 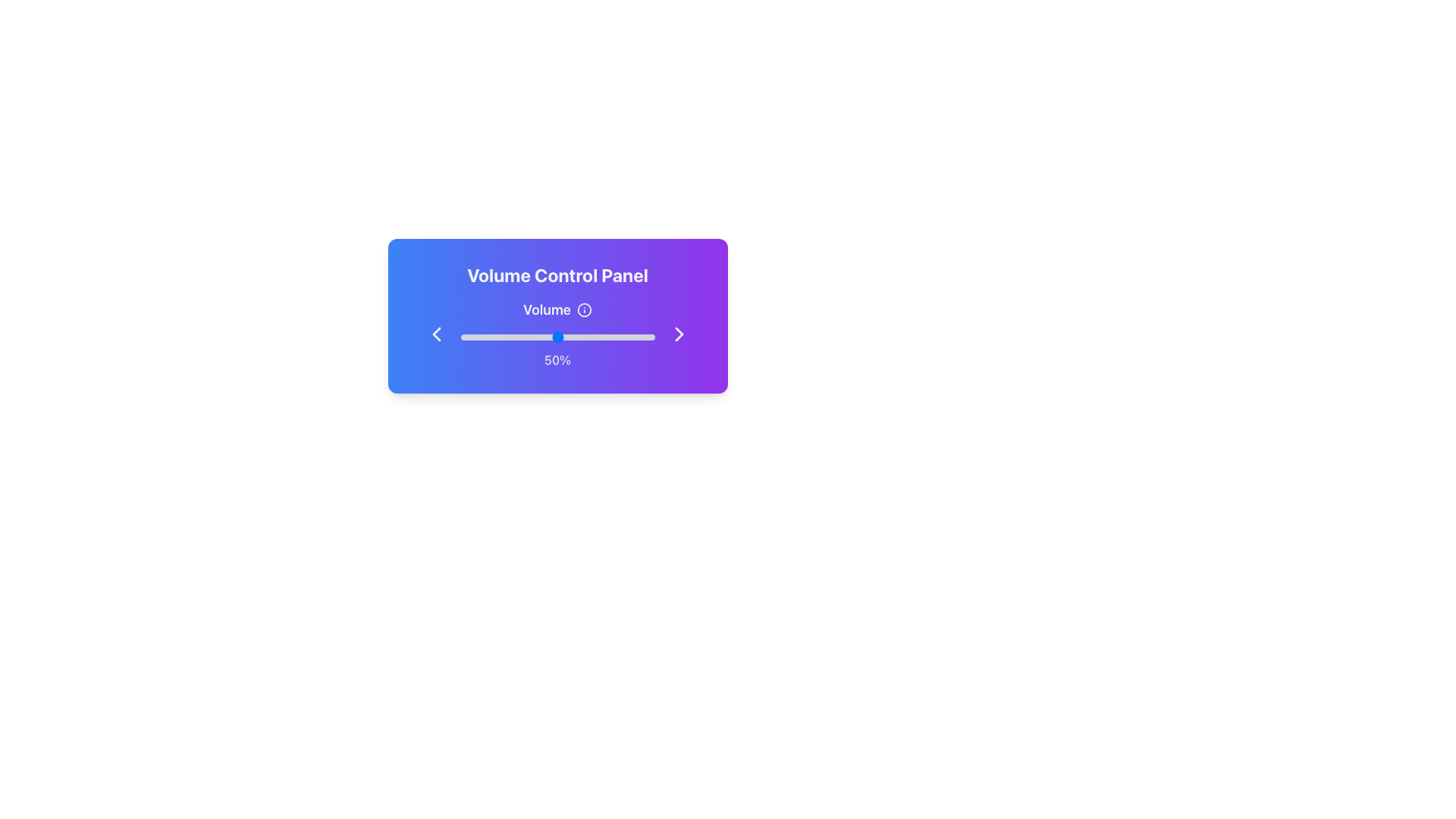 What do you see at coordinates (435, 333) in the screenshot?
I see `the left-facing chevron icon button with a white stroke in the blue and purple gradient volume control panel to change its color` at bounding box center [435, 333].